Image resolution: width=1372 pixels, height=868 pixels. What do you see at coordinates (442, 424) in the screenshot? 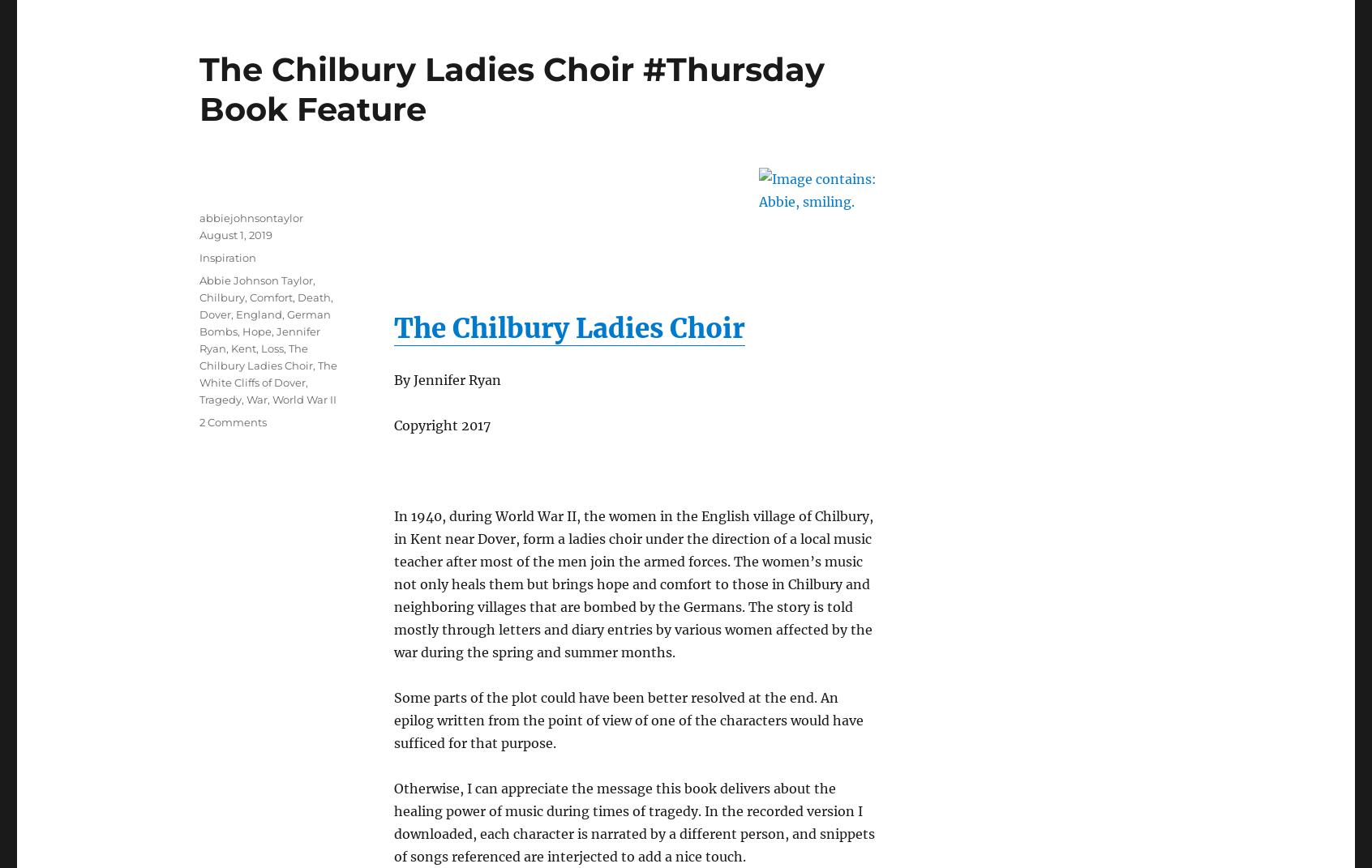
I see `'Copyright 2017'` at bounding box center [442, 424].